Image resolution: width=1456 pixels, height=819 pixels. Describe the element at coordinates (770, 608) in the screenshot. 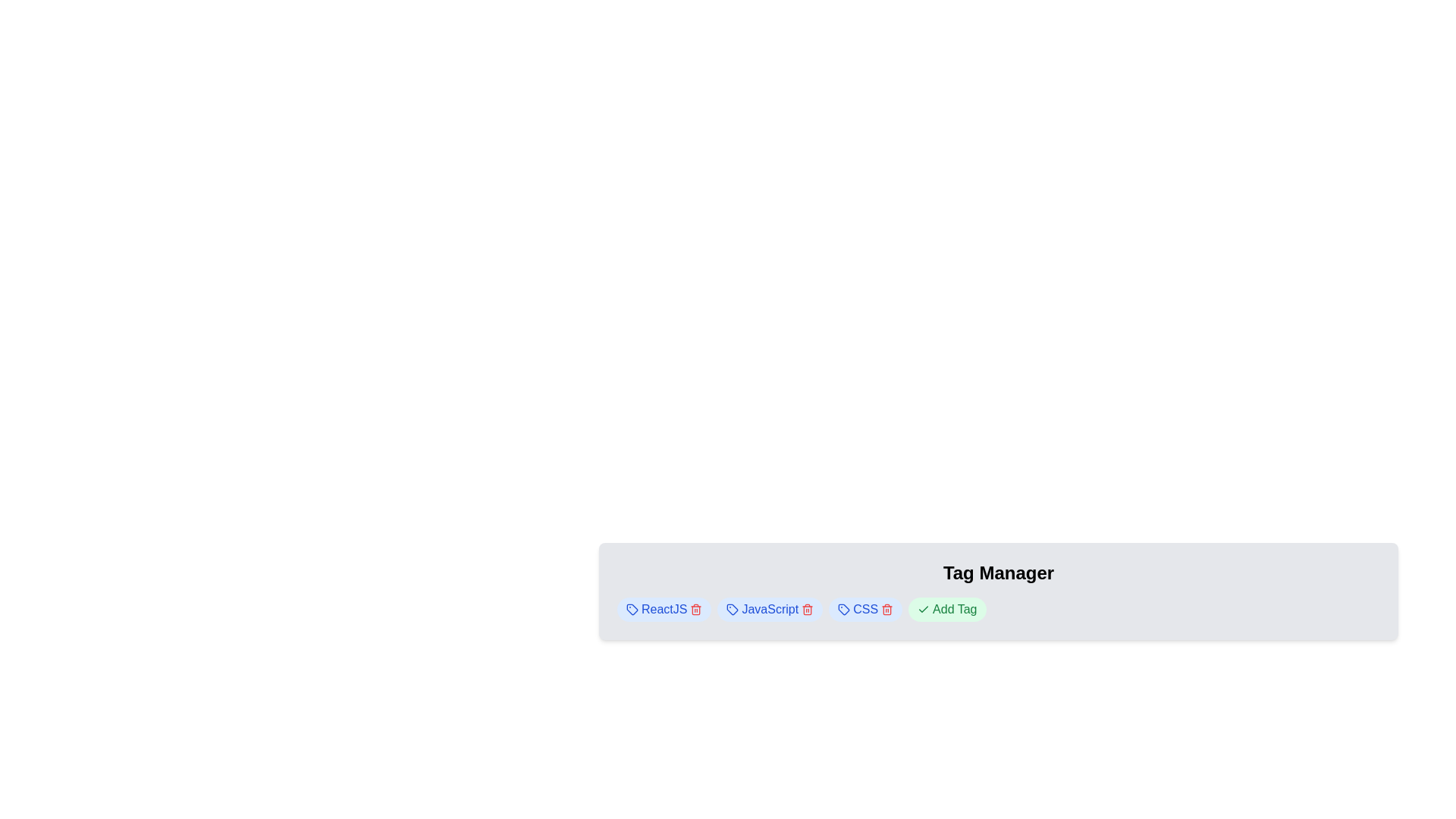

I see `the label displaying 'JavaScript' in blue color, which is styled as a tag or badge and is the second element in a horizontal list of tags` at that location.